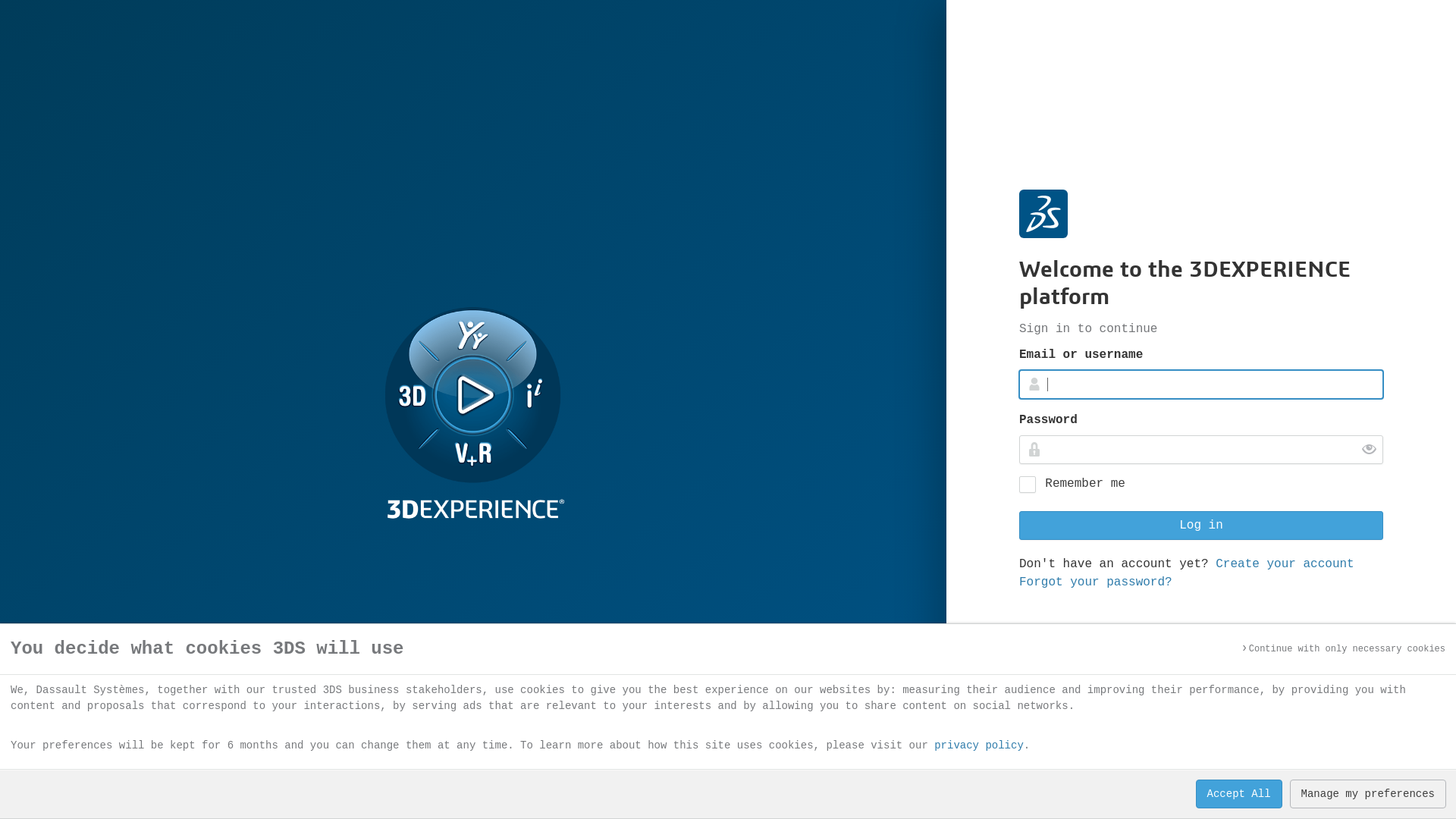 The image size is (1456, 819). Describe the element at coordinates (1284, 563) in the screenshot. I see `'Create your account'` at that location.